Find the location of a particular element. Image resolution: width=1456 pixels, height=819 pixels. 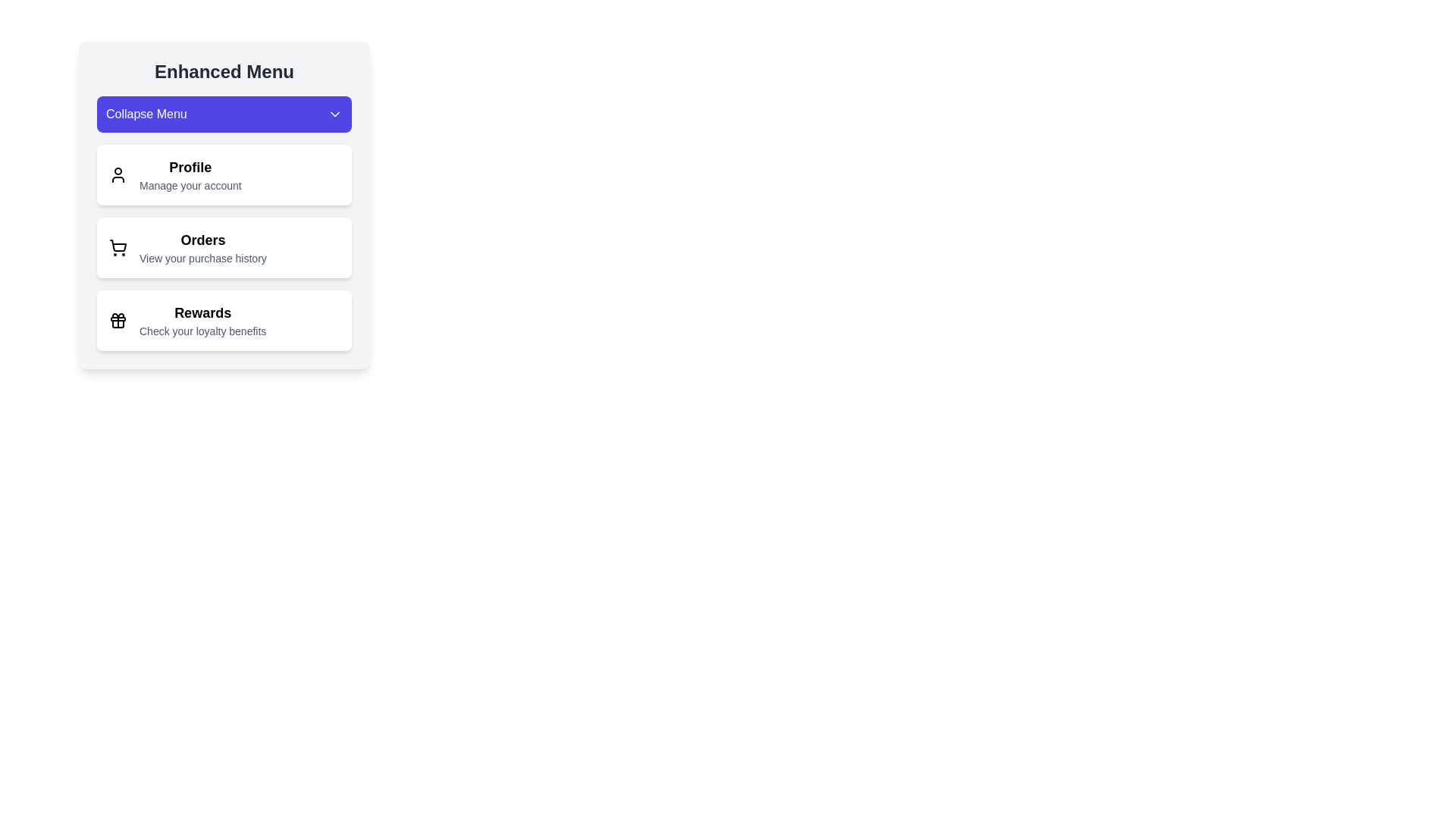

the 'Collapse Menu' button is located at coordinates (224, 113).